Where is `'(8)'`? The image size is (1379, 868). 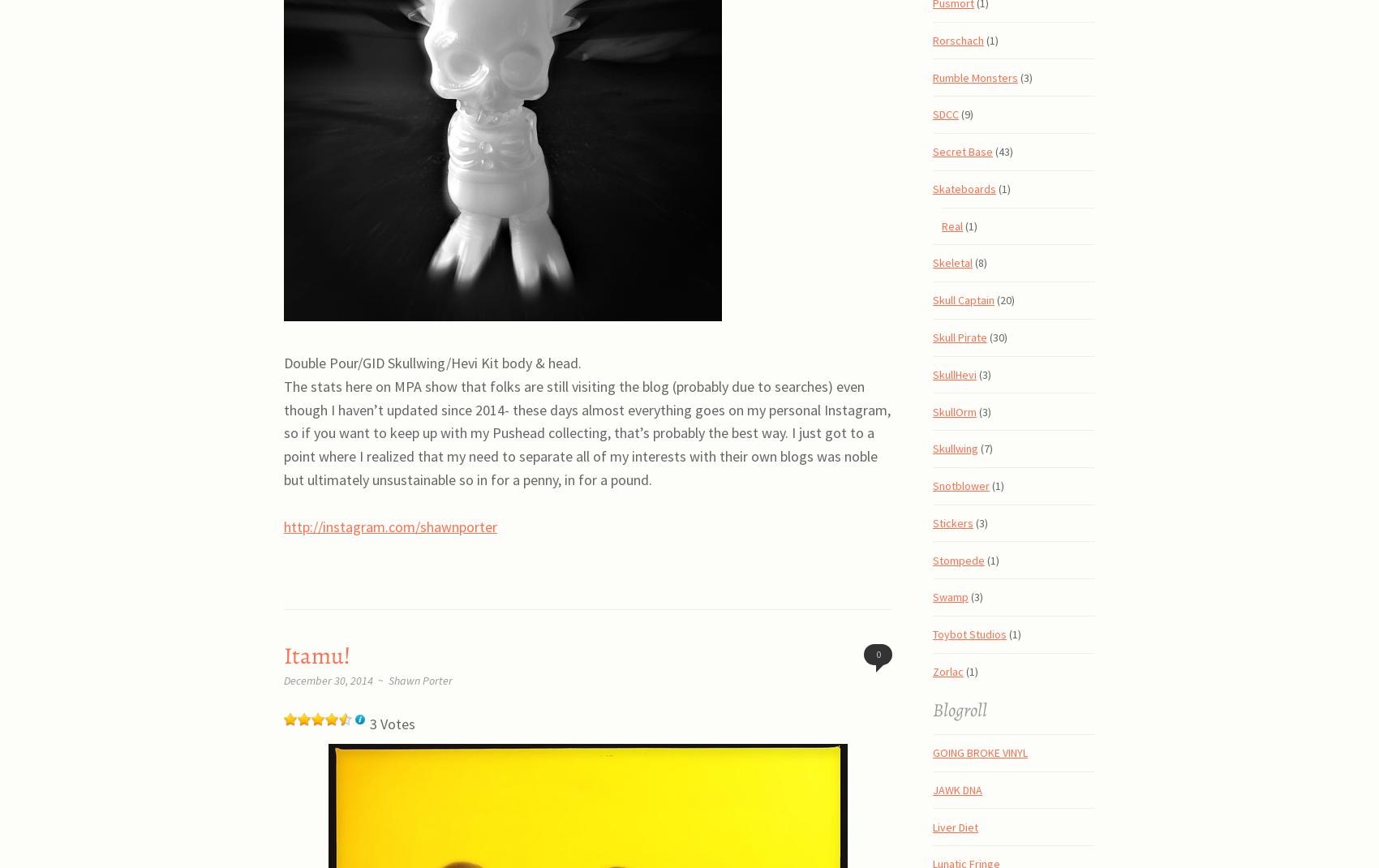 '(8)' is located at coordinates (979, 262).